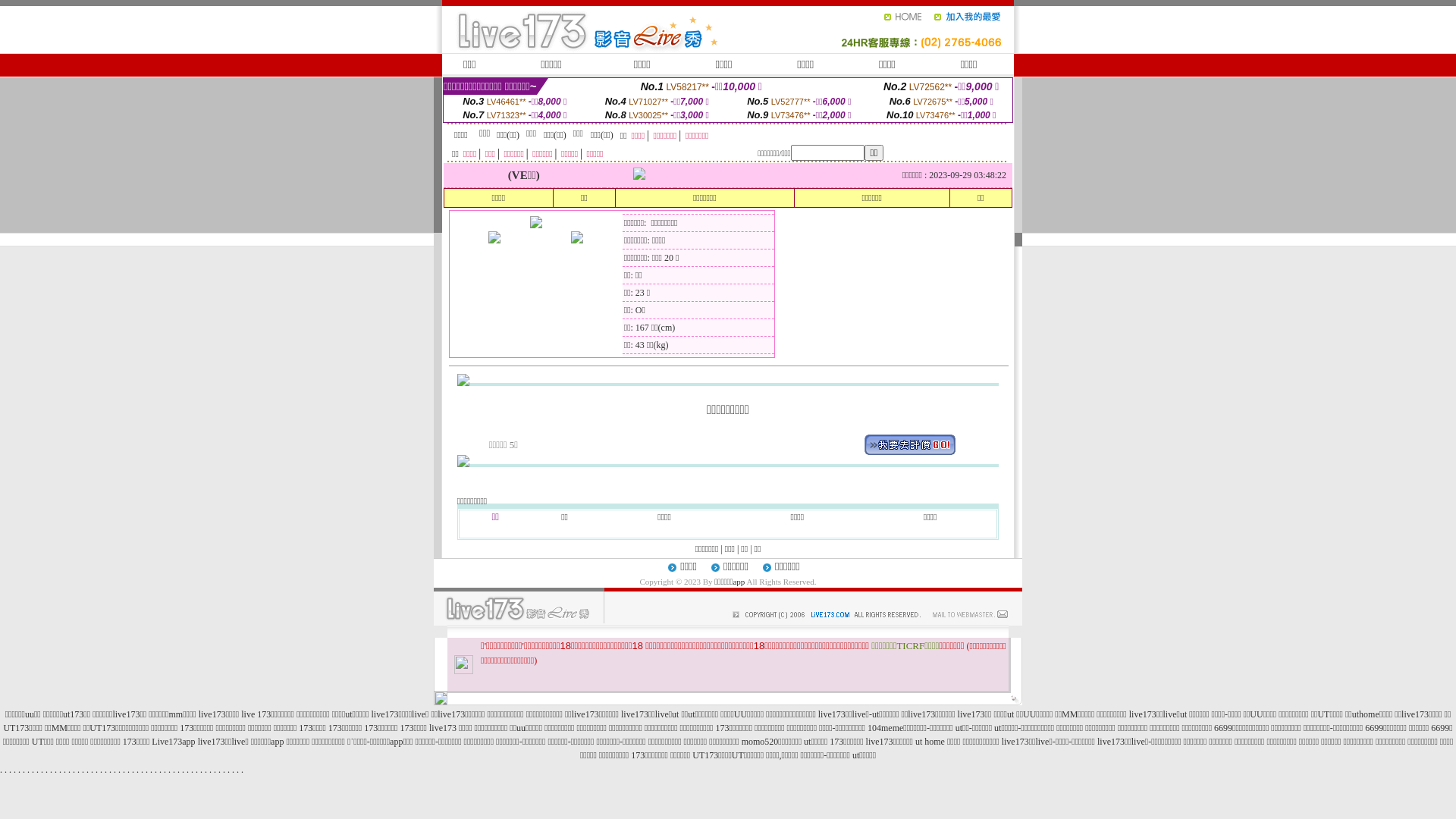 This screenshot has height=819, width=1456. Describe the element at coordinates (4, 769) in the screenshot. I see `'.'` at that location.